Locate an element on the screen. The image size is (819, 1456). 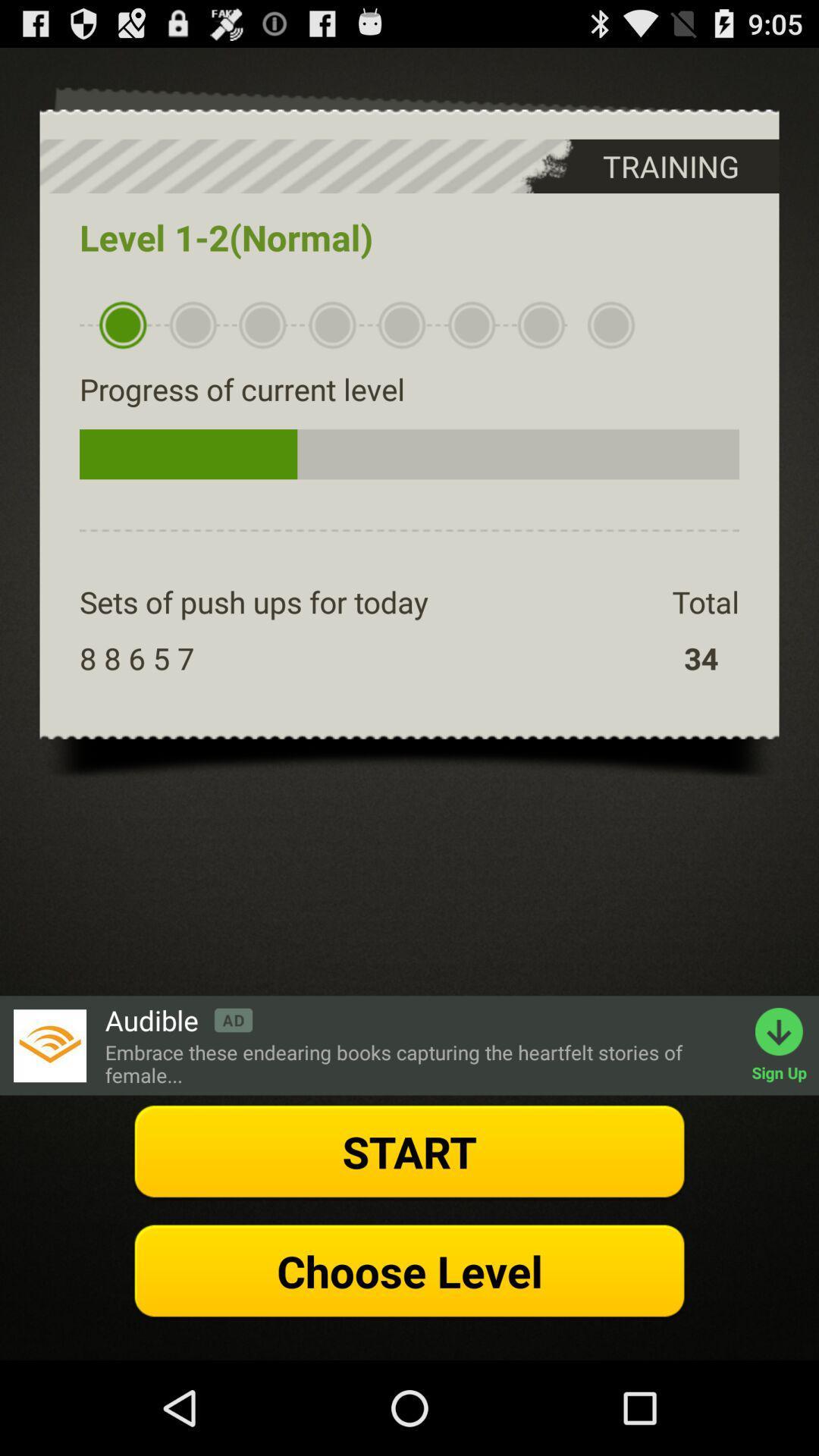
third circle below normal is located at coordinates (262, 325).